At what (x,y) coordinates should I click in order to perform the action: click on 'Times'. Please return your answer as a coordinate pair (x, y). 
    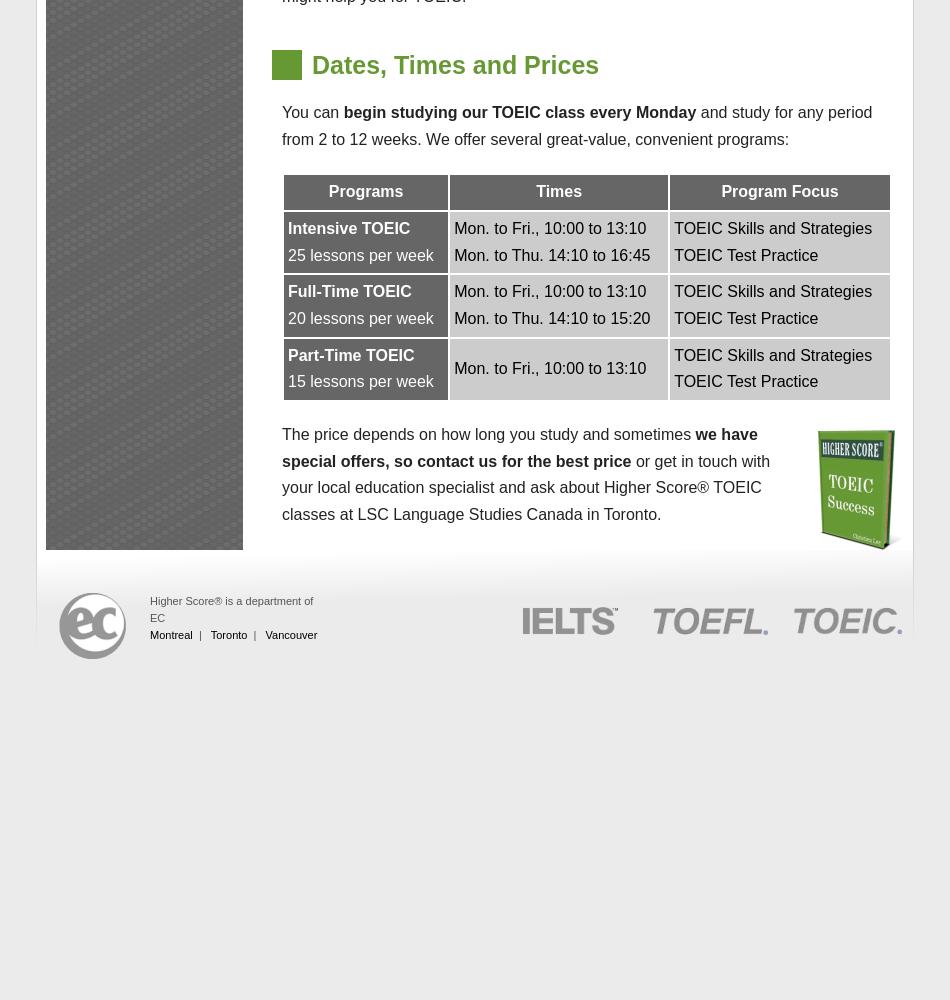
    Looking at the image, I should click on (558, 190).